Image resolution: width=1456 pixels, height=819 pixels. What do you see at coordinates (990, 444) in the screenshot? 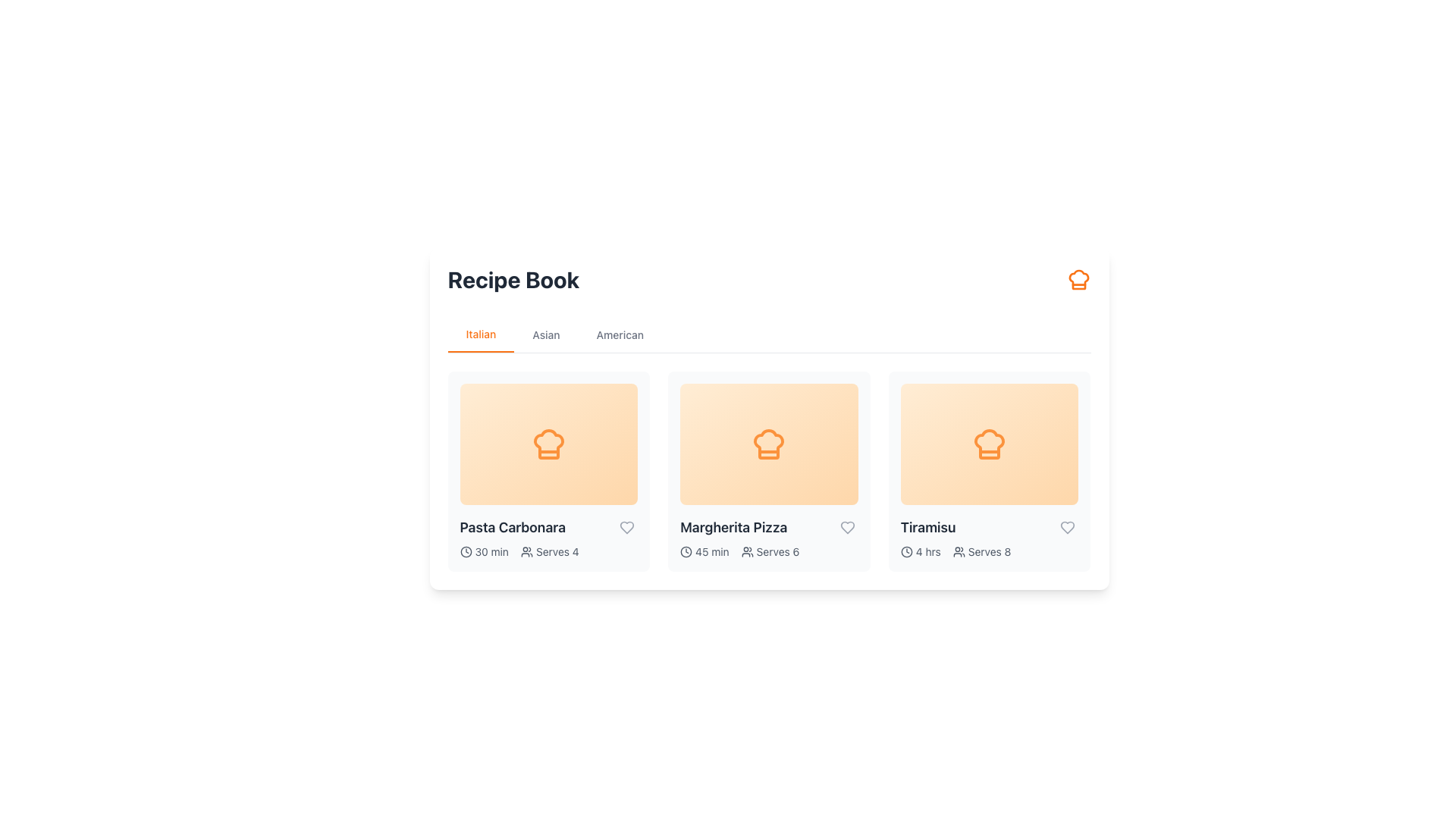
I see `the decorative function of the chef's hat icon with an orange outline located in the third card of the 'Italian' recipe section, specifically above the text in the 'Tiramisu' card` at bounding box center [990, 444].